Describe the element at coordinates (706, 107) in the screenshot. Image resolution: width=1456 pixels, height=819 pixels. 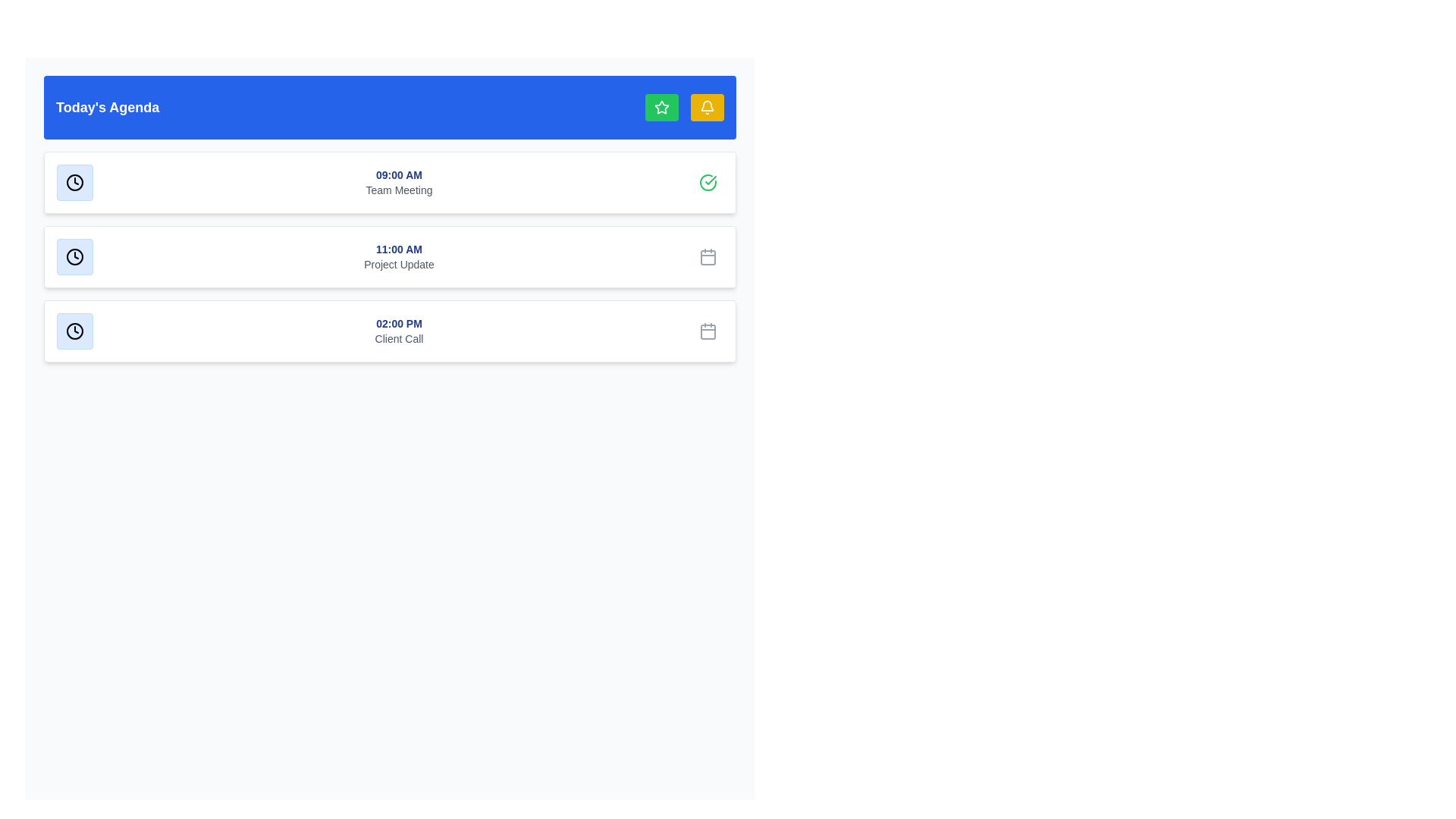
I see `the yellow button with a bell icon located in the top-right section of the interface` at that location.